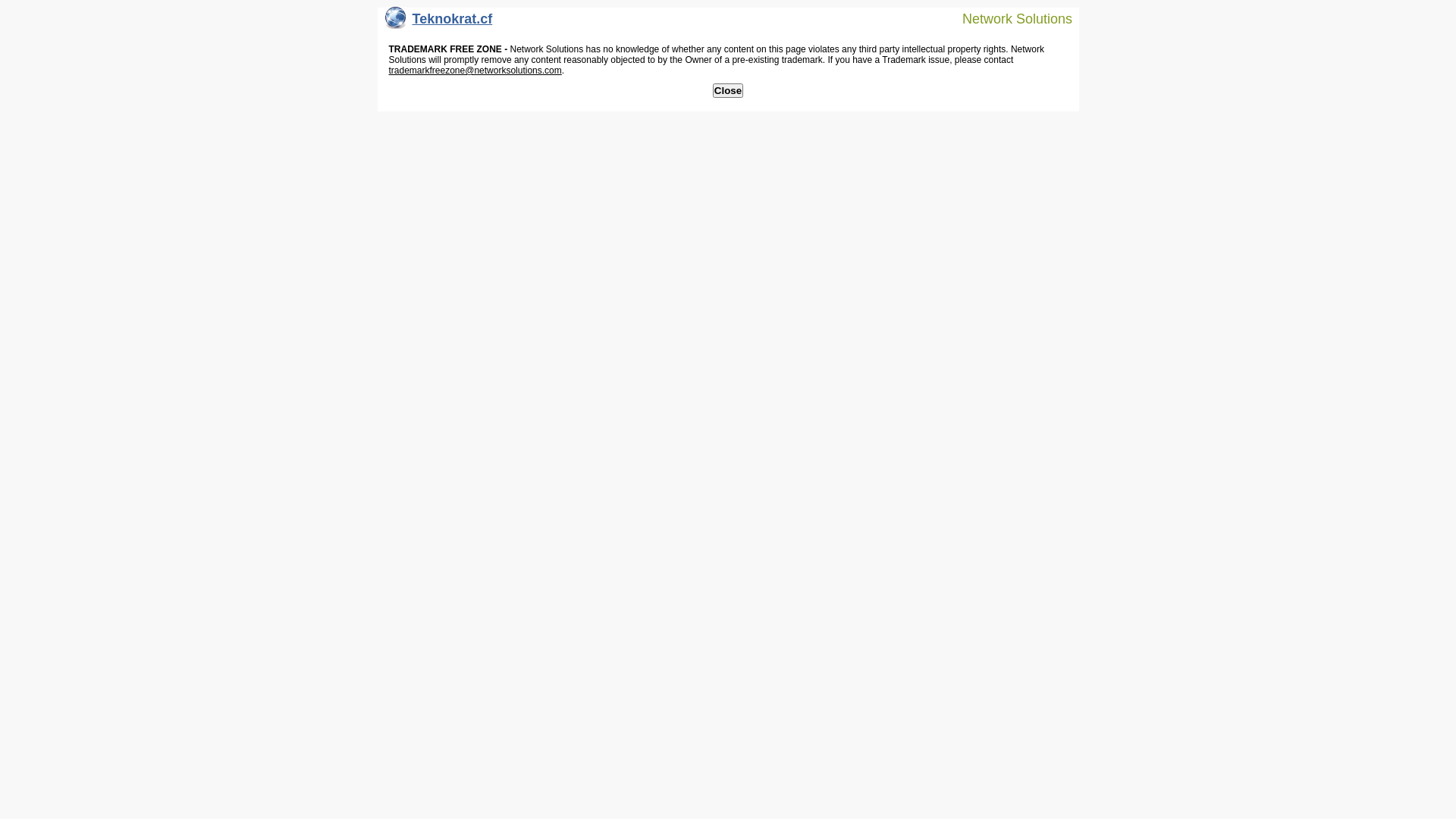  Describe the element at coordinates (473, 70) in the screenshot. I see `'trademarkfreezone@networksolutions.com'` at that location.